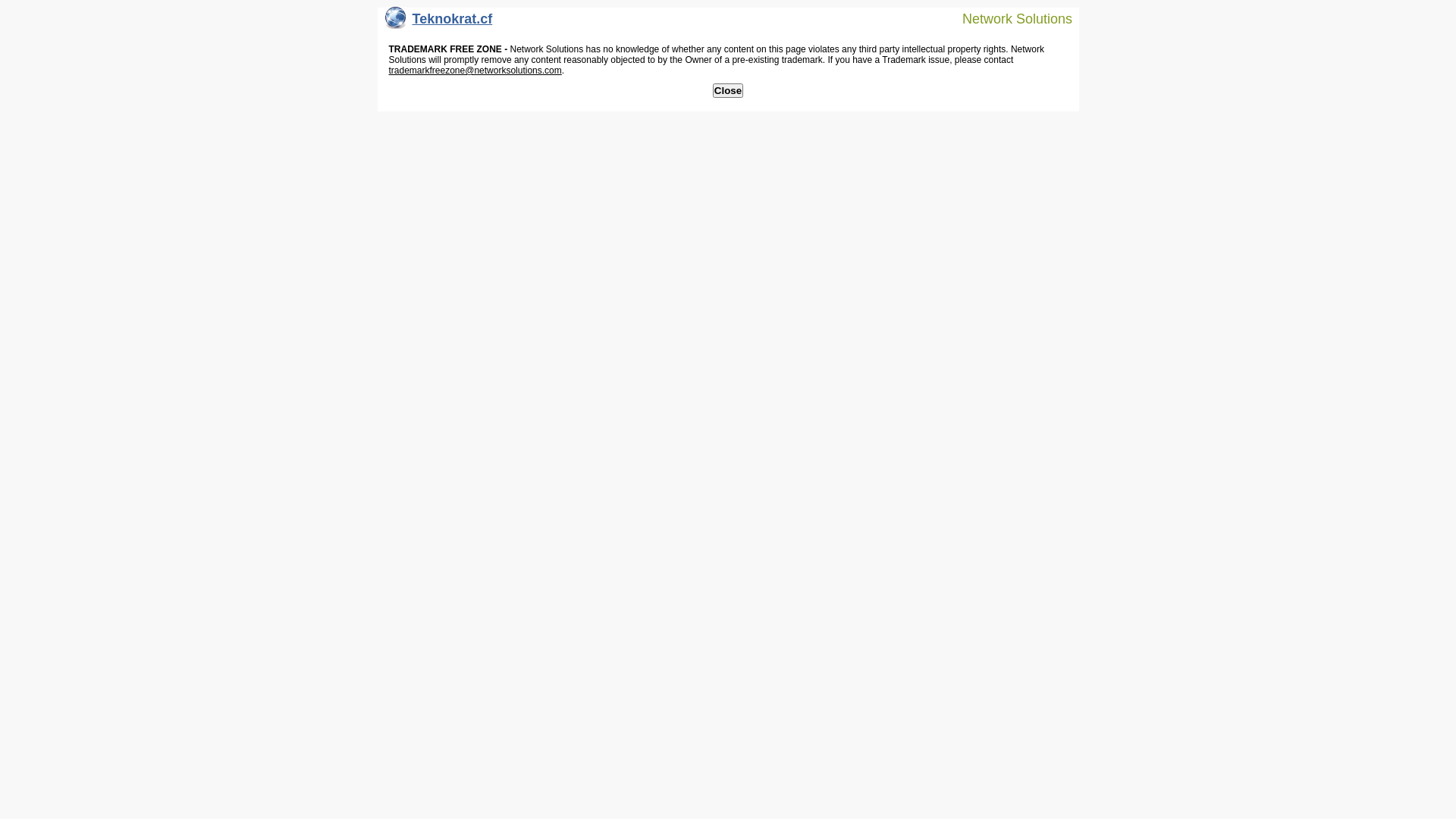  Describe the element at coordinates (473, 70) in the screenshot. I see `'trademarkfreezone@networksolutions.com'` at that location.